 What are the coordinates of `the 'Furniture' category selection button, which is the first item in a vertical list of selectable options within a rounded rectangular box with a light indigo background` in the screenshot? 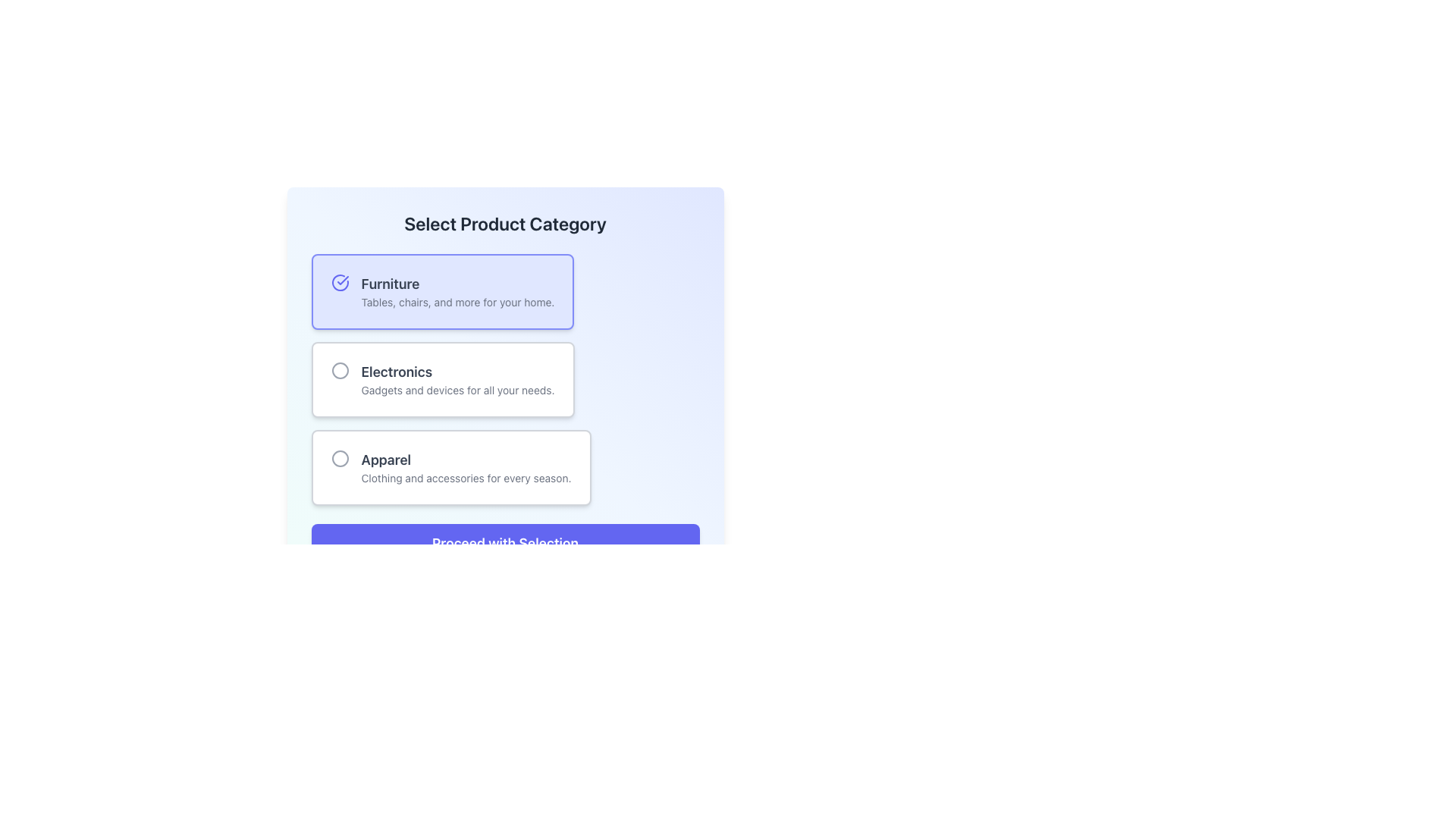 It's located at (457, 292).